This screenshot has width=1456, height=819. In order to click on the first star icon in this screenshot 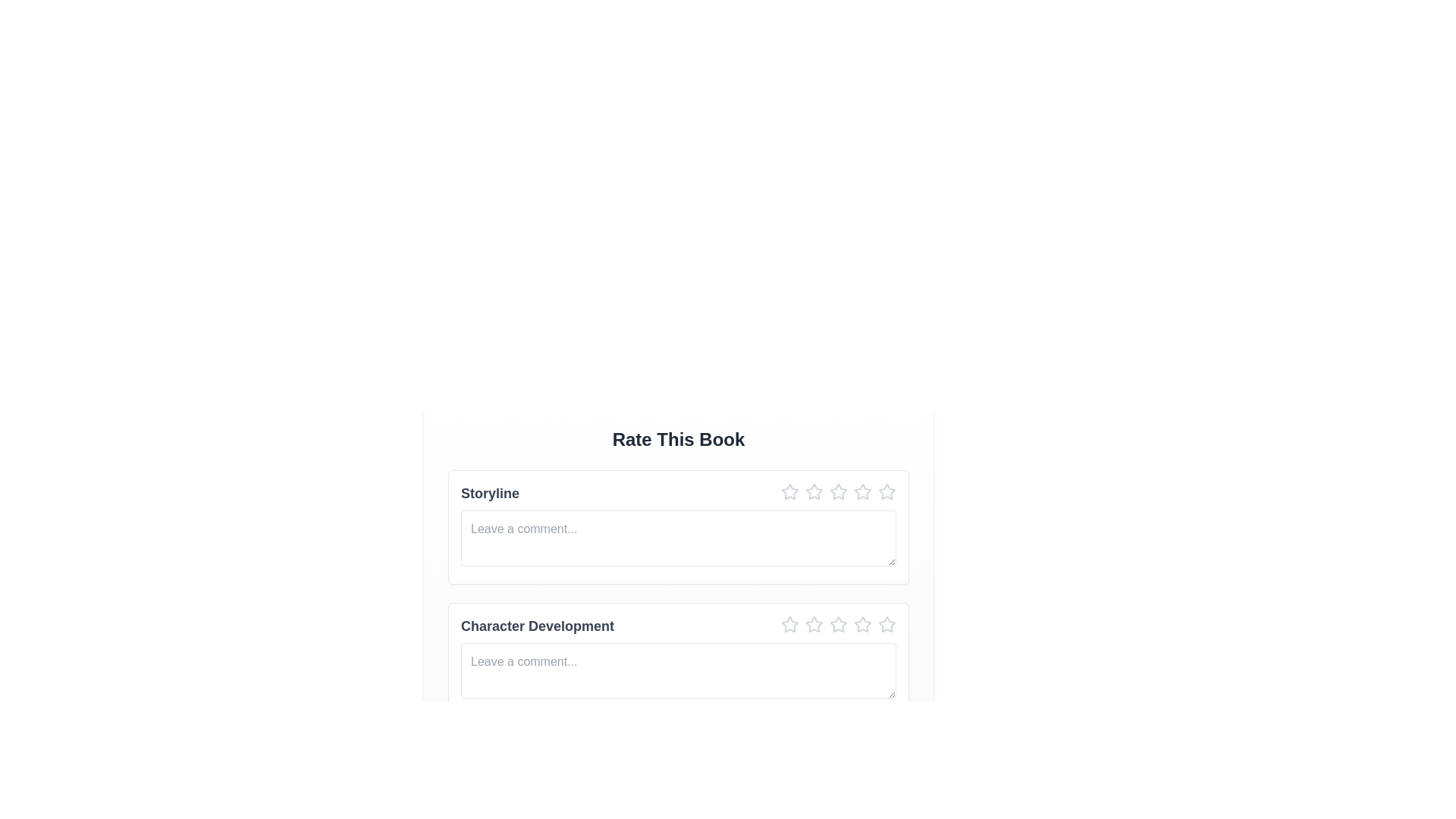, I will do `click(789, 624)`.